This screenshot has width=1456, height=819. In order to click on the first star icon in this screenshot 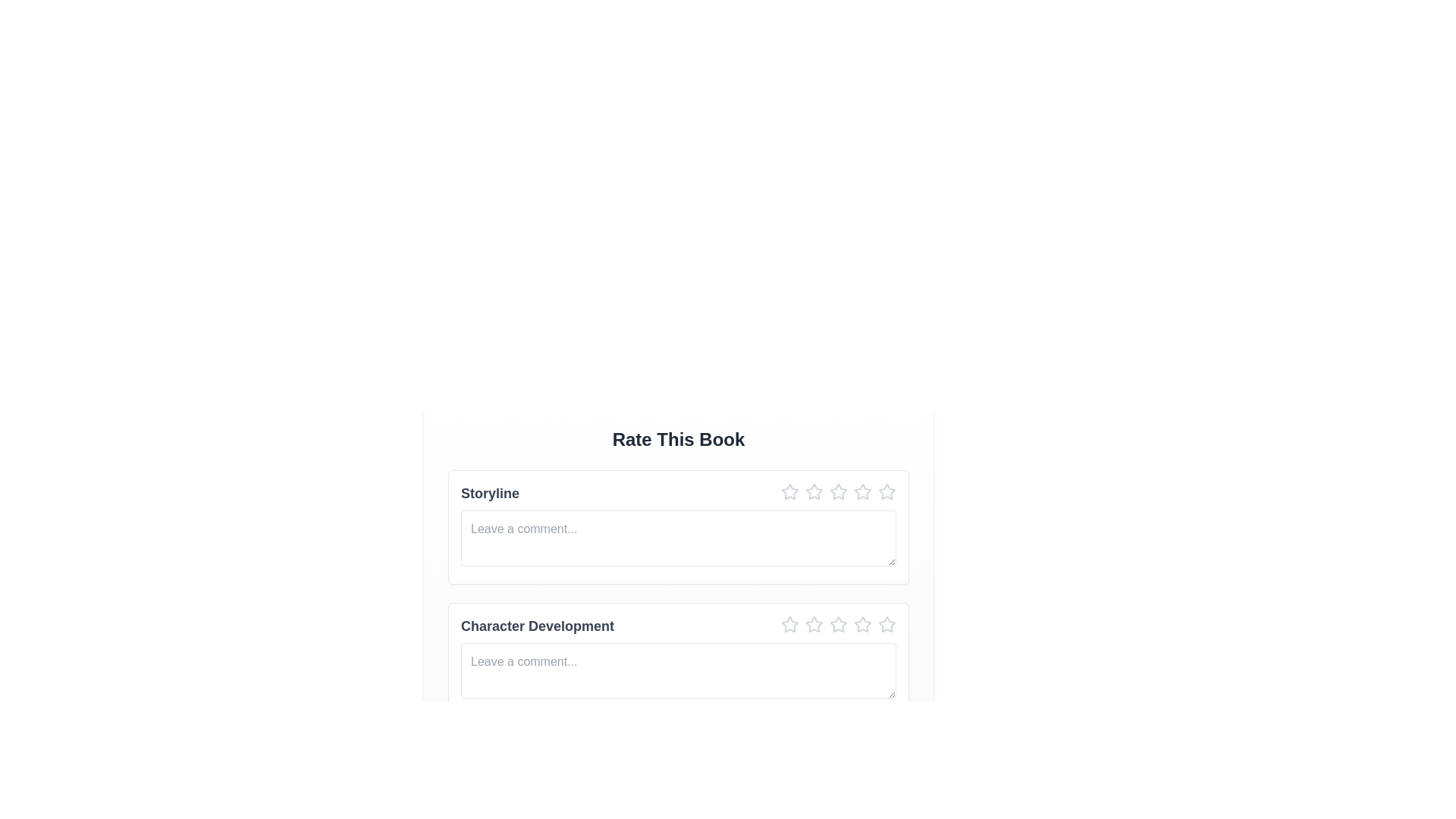, I will do `click(789, 624)`.